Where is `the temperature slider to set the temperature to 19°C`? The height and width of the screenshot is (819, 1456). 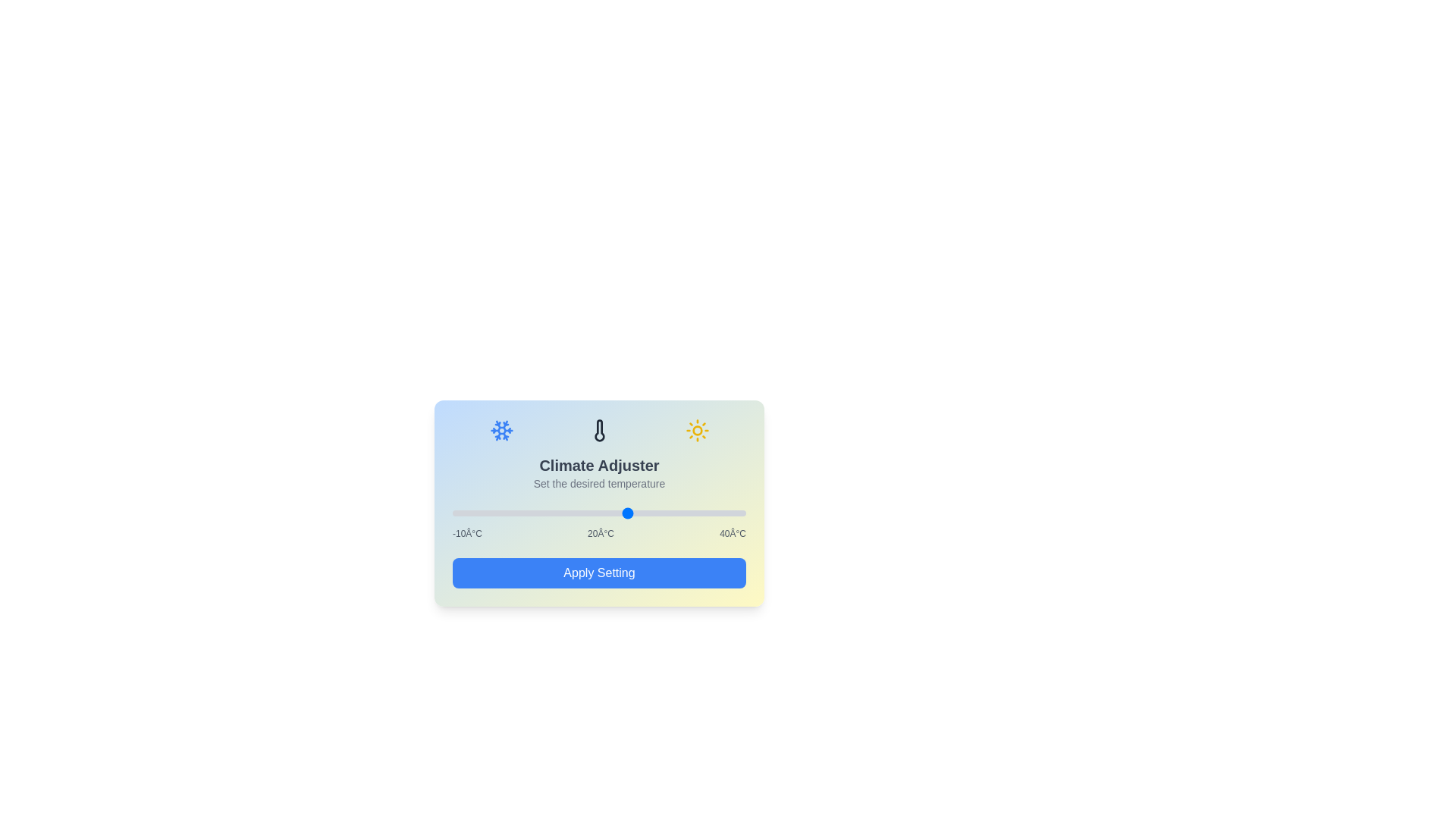 the temperature slider to set the temperature to 19°C is located at coordinates (623, 513).